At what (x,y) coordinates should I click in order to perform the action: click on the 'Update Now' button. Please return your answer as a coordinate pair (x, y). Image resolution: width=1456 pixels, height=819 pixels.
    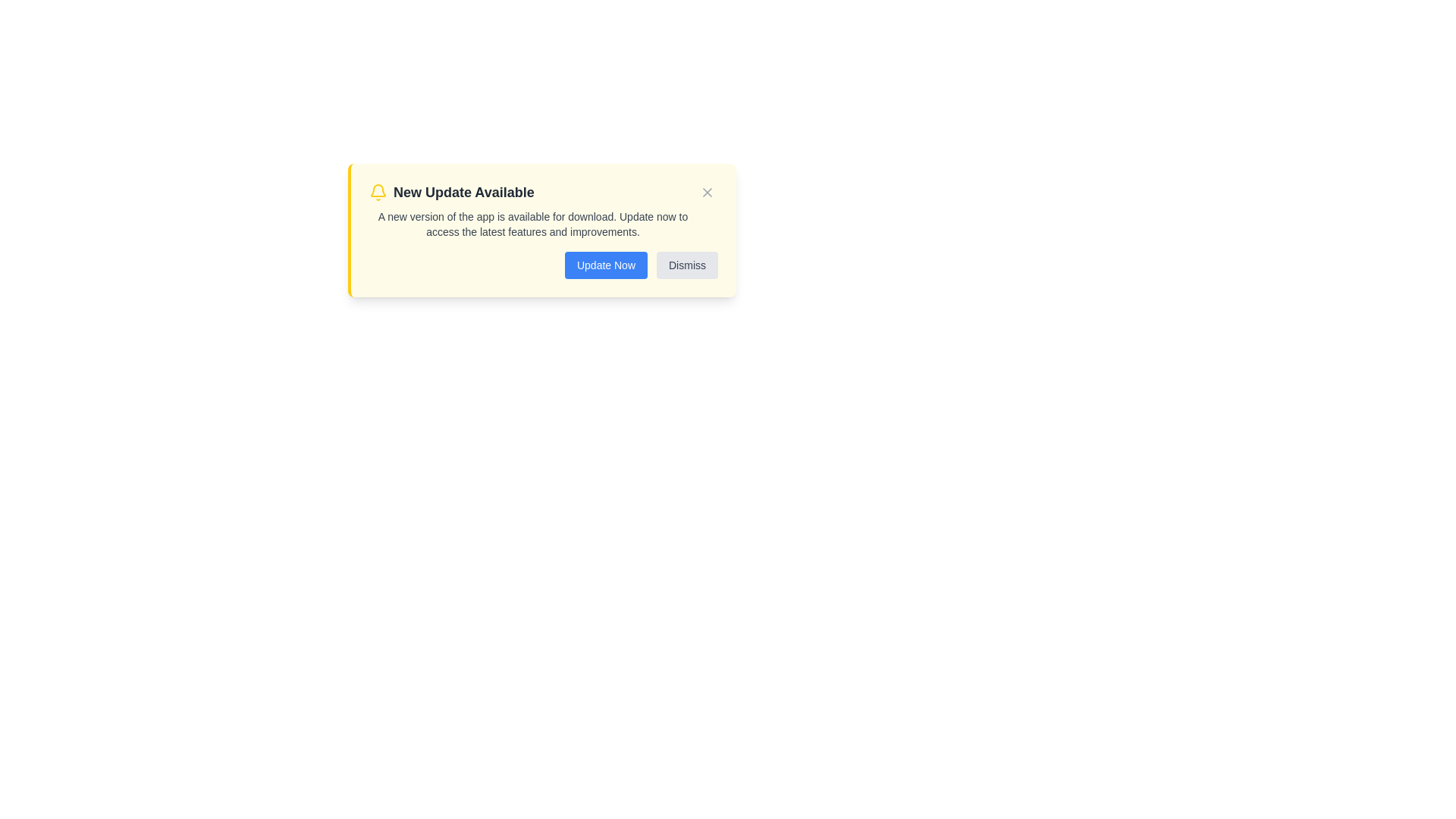
    Looking at the image, I should click on (604, 265).